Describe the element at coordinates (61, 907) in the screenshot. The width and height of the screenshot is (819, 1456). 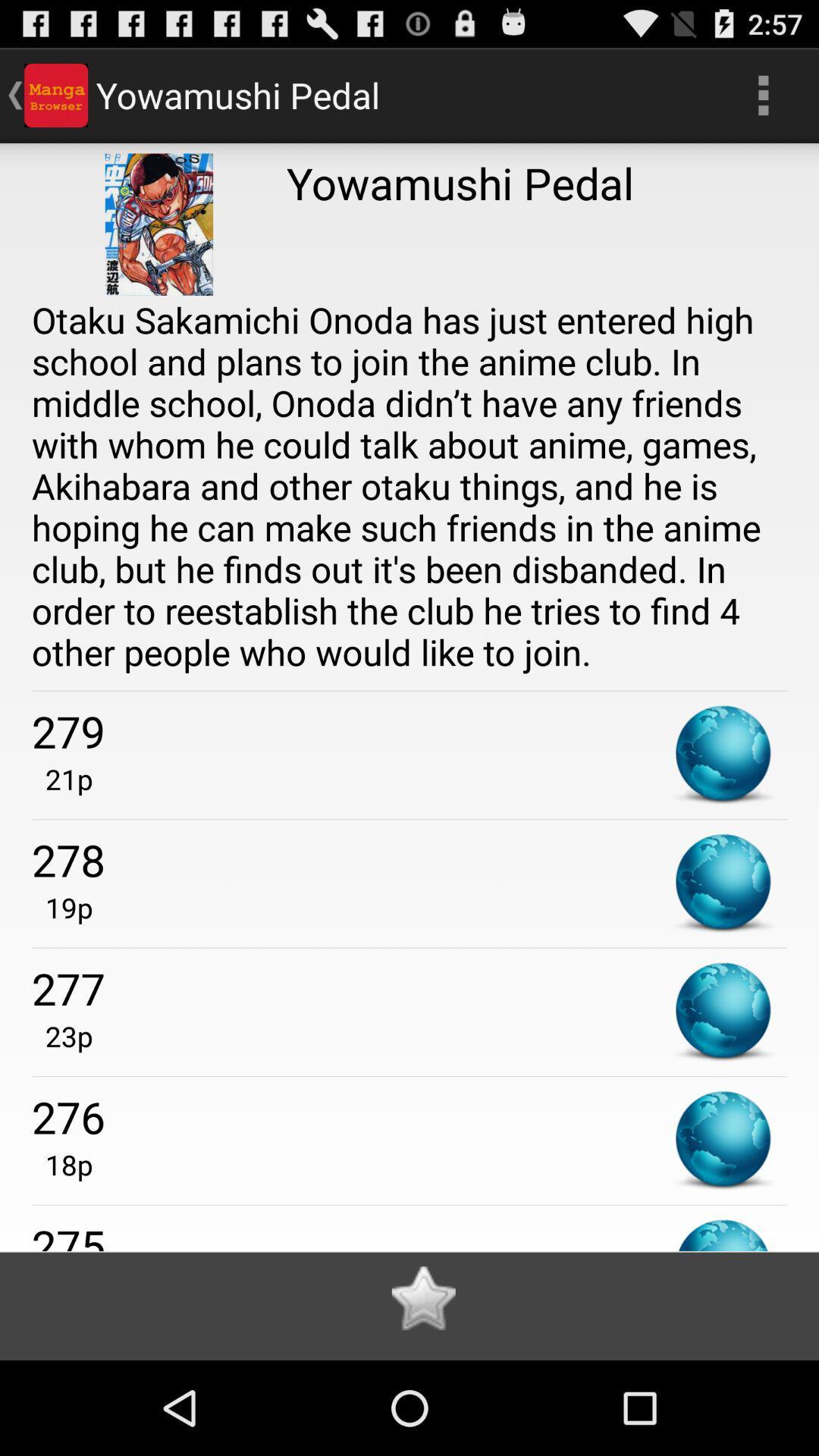
I see `the icon above the 277 icon` at that location.